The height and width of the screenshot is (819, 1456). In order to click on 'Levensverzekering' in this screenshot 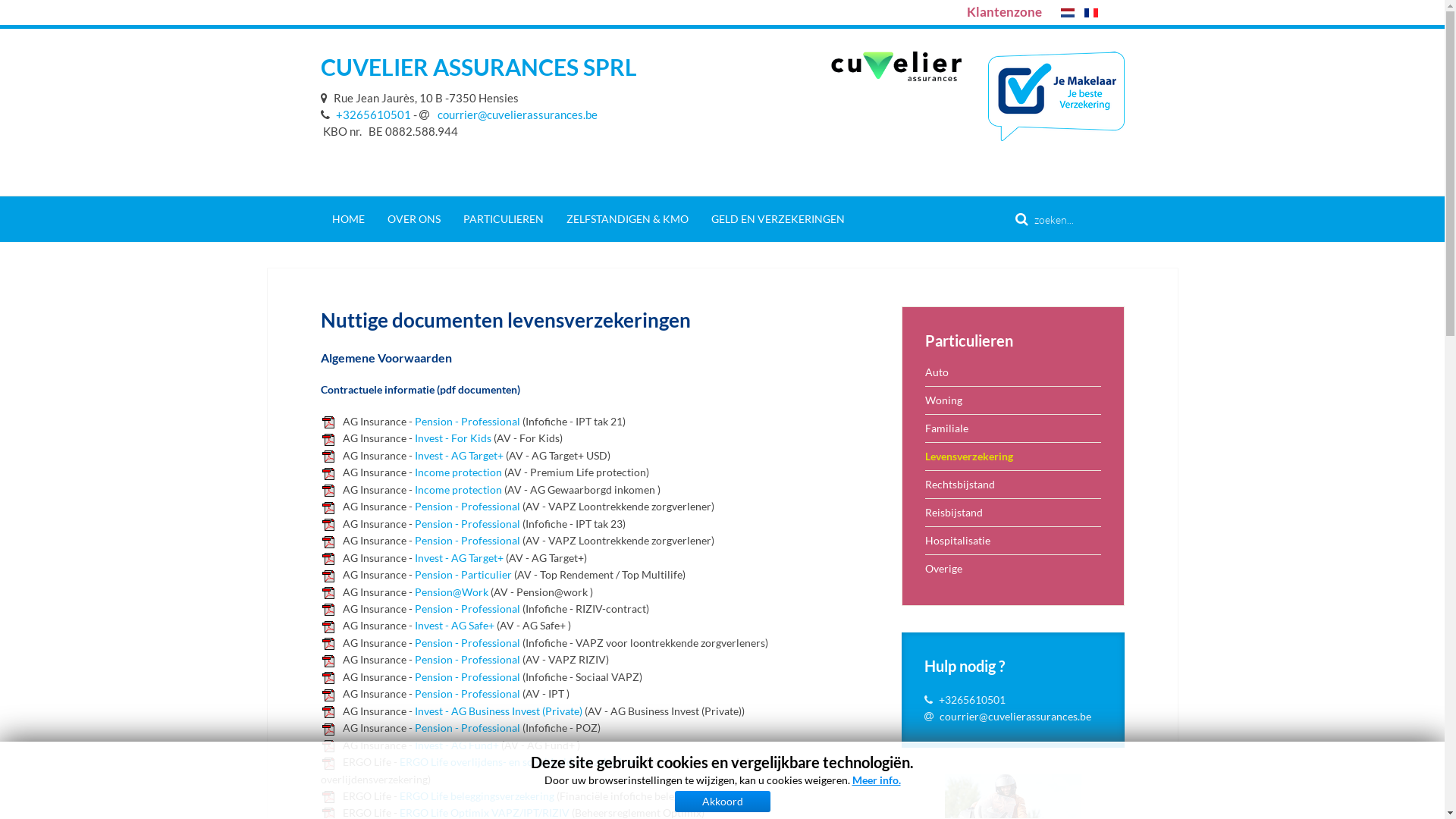, I will do `click(1012, 455)`.